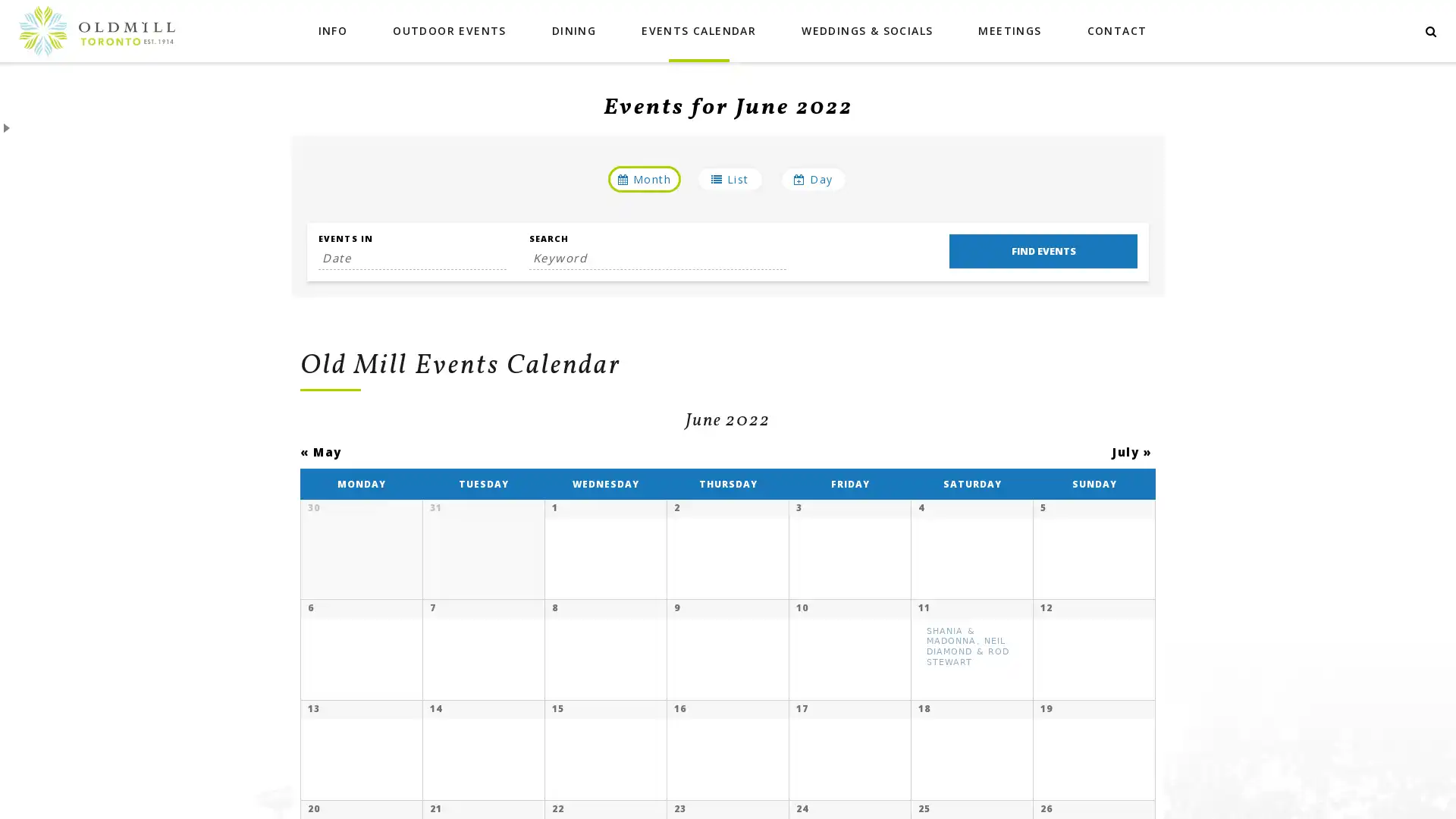  I want to click on Find Events, so click(1042, 250).